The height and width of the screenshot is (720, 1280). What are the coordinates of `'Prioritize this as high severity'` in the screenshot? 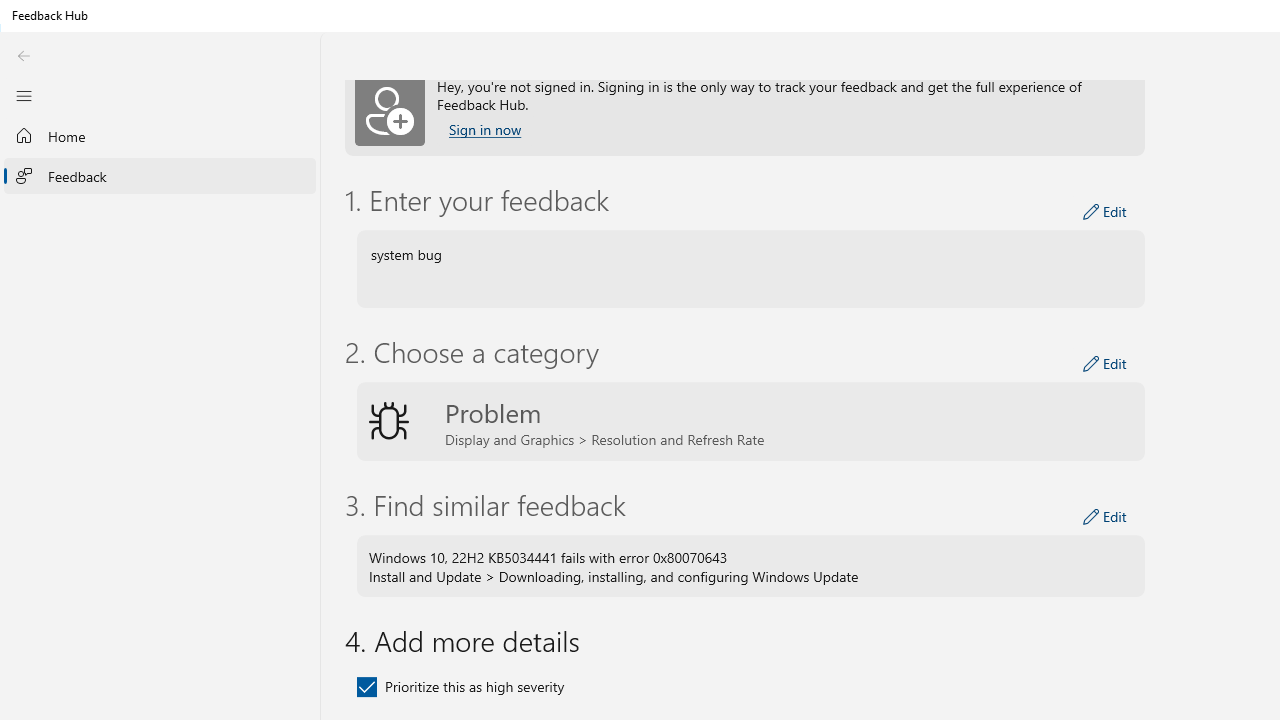 It's located at (459, 685).